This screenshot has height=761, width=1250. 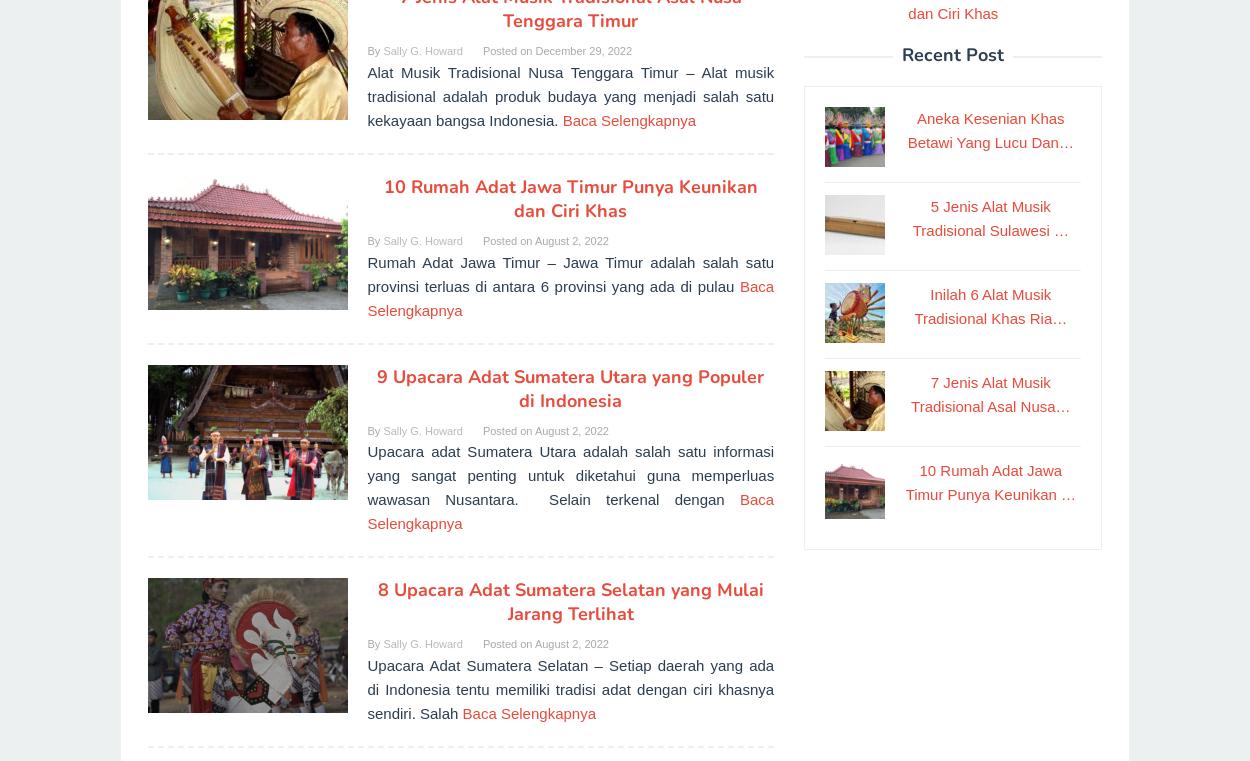 What do you see at coordinates (569, 688) in the screenshot?
I see `'Upacara Adat Sumatera Selatan – Setiap daerah yang ada di Indonesia tentu memiliki tradisi adat dengan ciri khasnya sendiri. Salah'` at bounding box center [569, 688].